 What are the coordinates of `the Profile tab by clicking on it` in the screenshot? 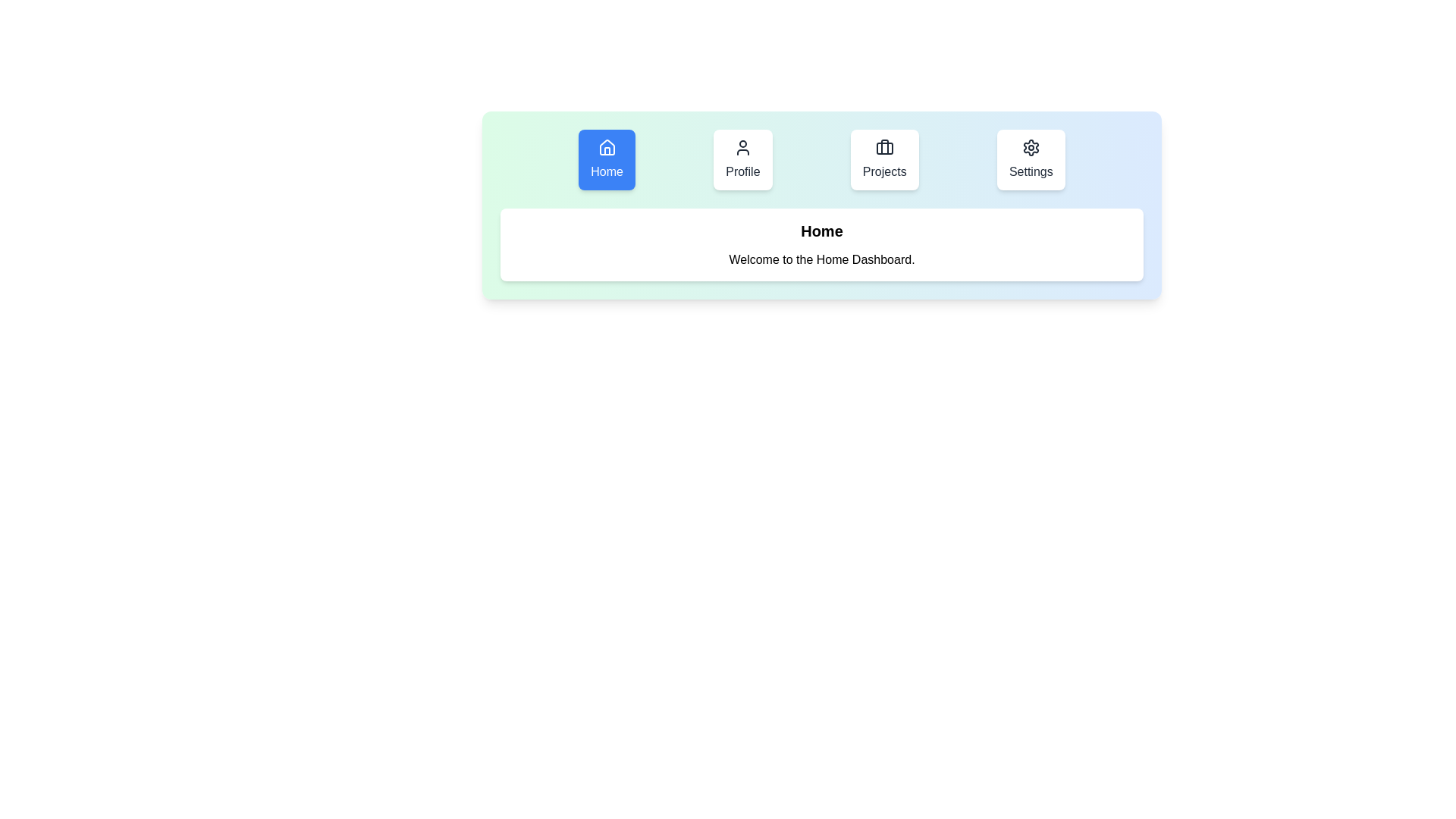 It's located at (742, 160).